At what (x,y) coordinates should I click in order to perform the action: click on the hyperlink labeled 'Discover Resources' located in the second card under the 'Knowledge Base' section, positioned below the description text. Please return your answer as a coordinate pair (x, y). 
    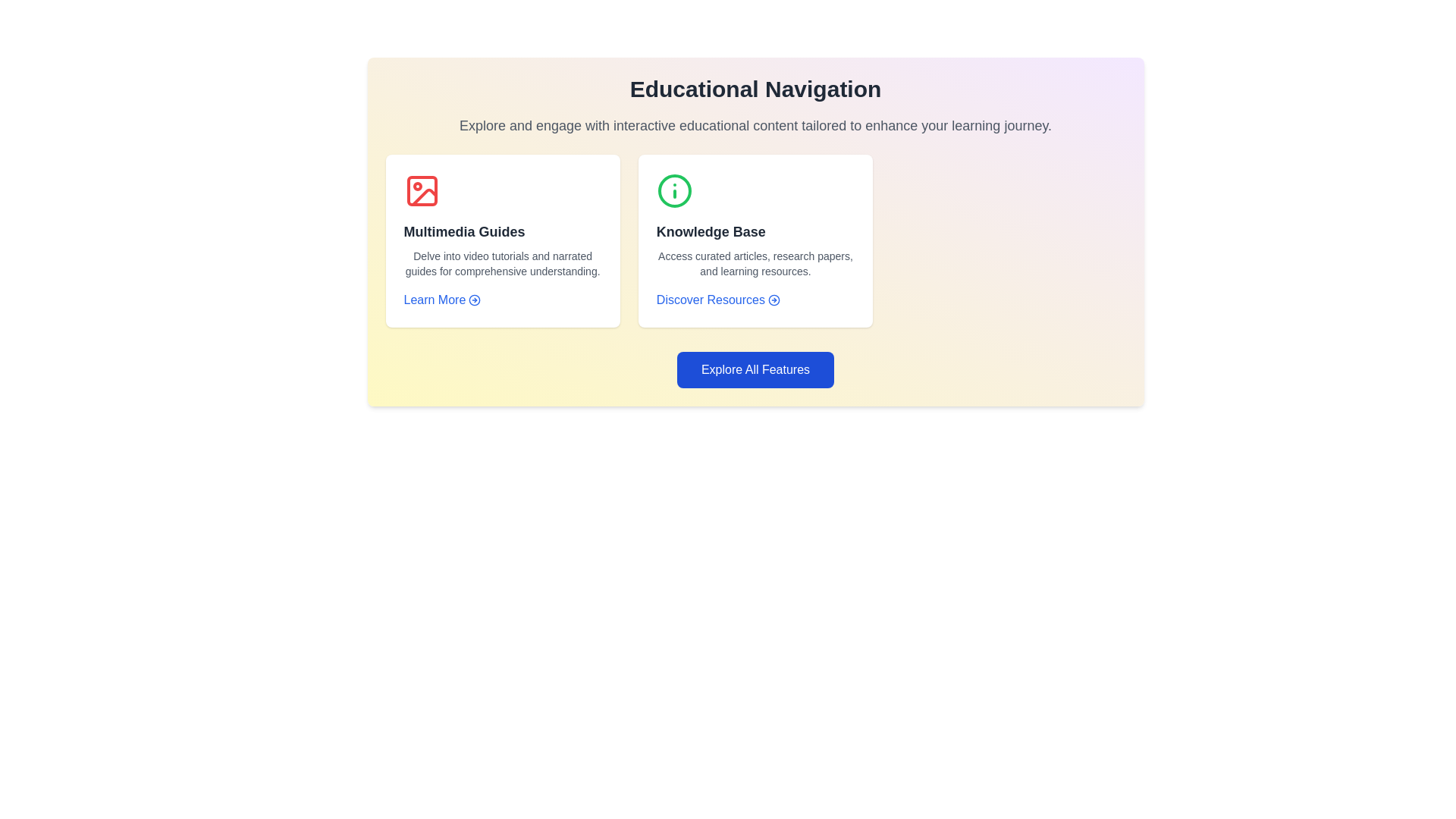
    Looking at the image, I should click on (717, 300).